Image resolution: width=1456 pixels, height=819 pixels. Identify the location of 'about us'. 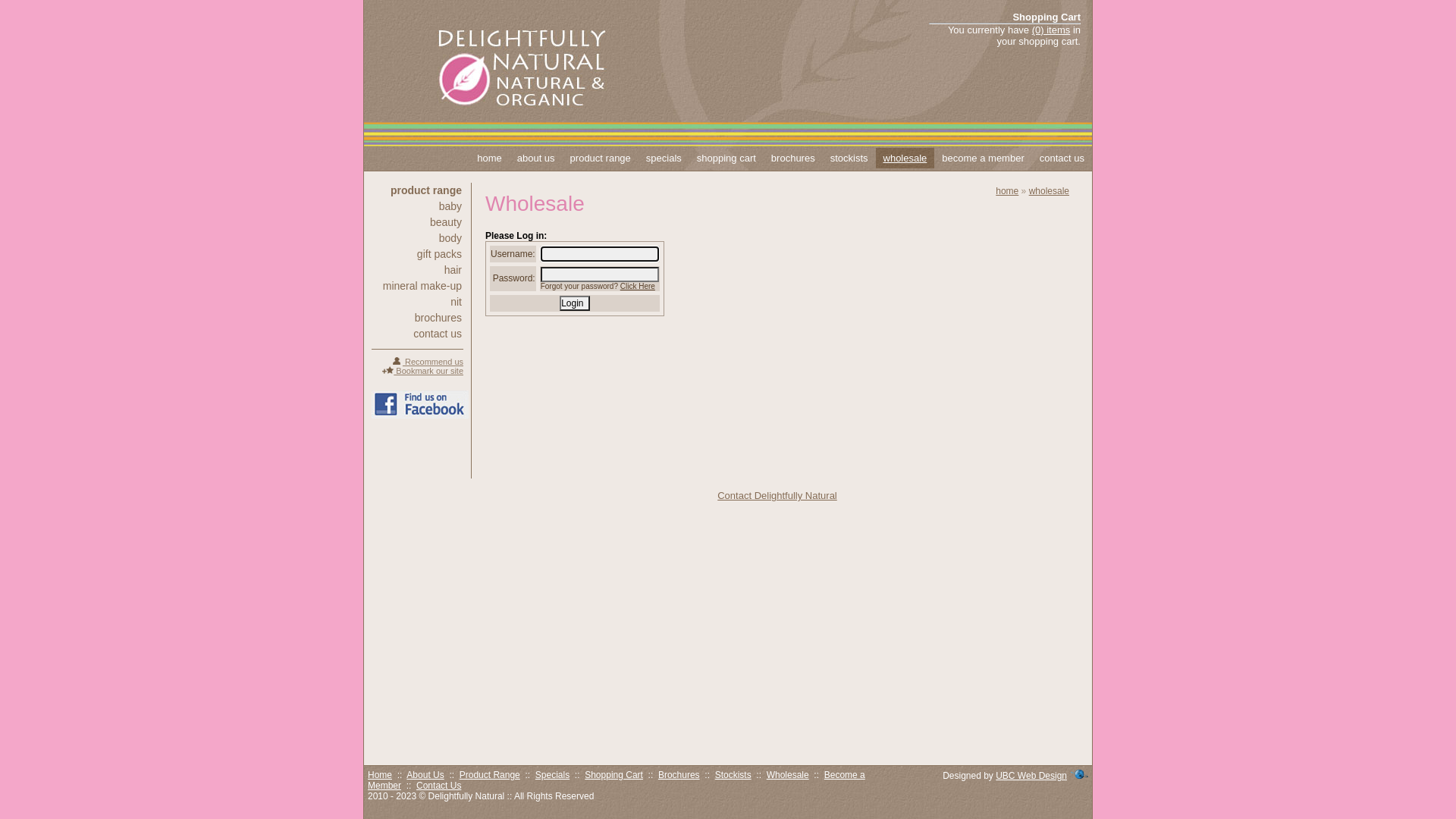
(535, 158).